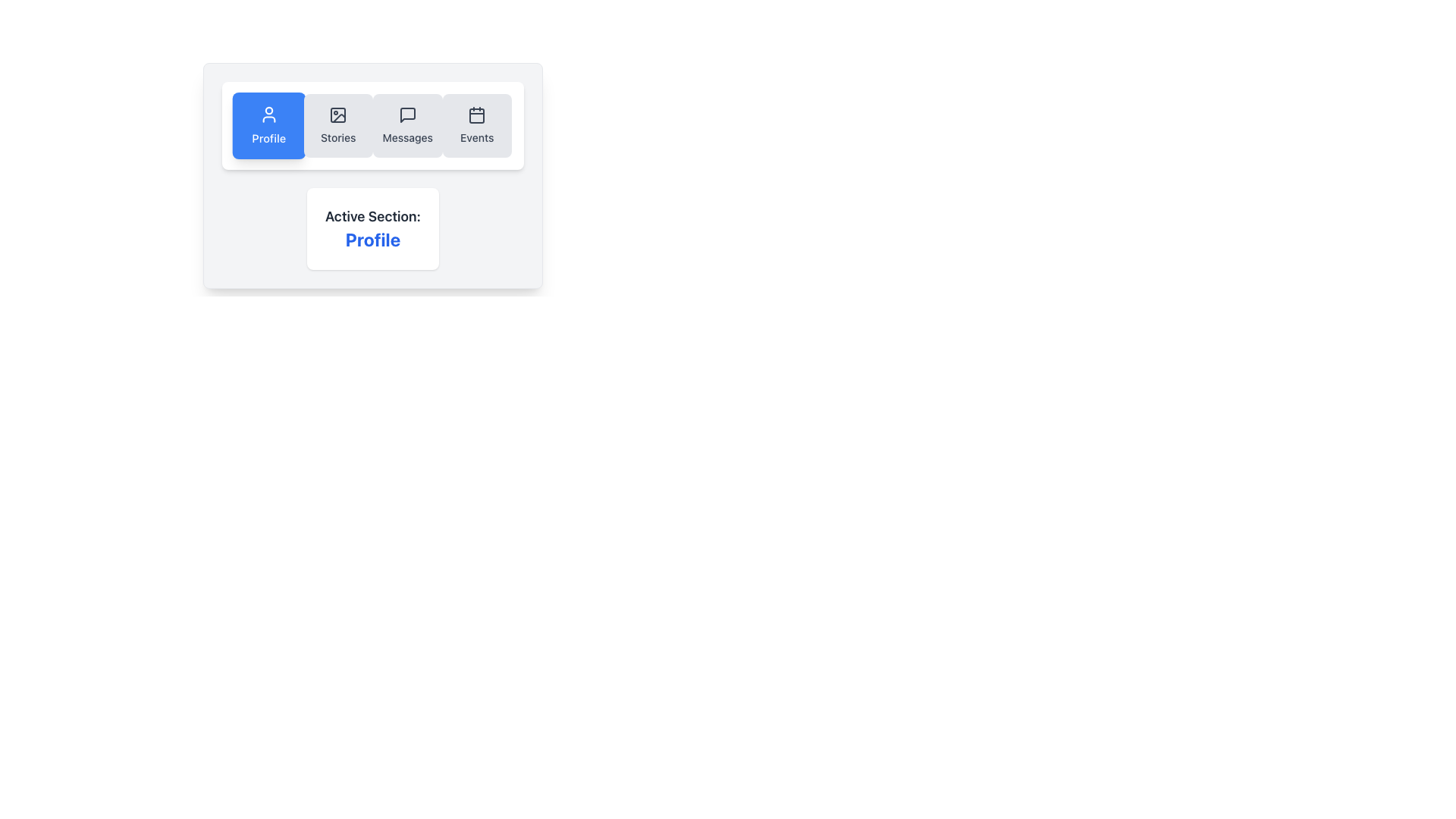 This screenshot has height=819, width=1456. I want to click on the 'Messages' icon in the horizontal navigation menu, which is the third icon from the left, located between the 'Stories' and 'Events' icons, so click(407, 114).